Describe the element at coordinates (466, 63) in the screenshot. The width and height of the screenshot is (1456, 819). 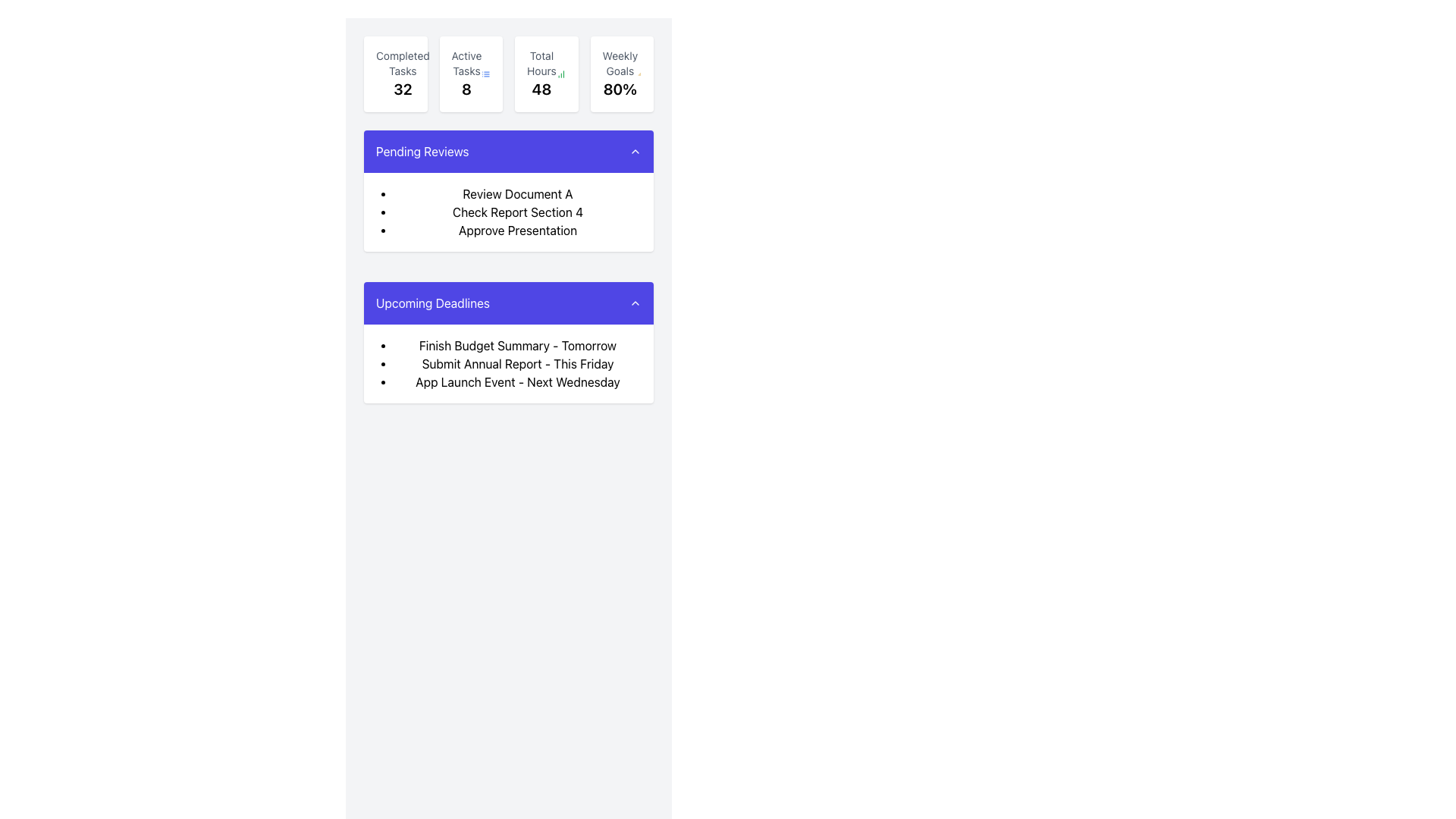
I see `the Text Label that identifies the statistic for active tasks, located above the number '8' in the second summary card` at that location.